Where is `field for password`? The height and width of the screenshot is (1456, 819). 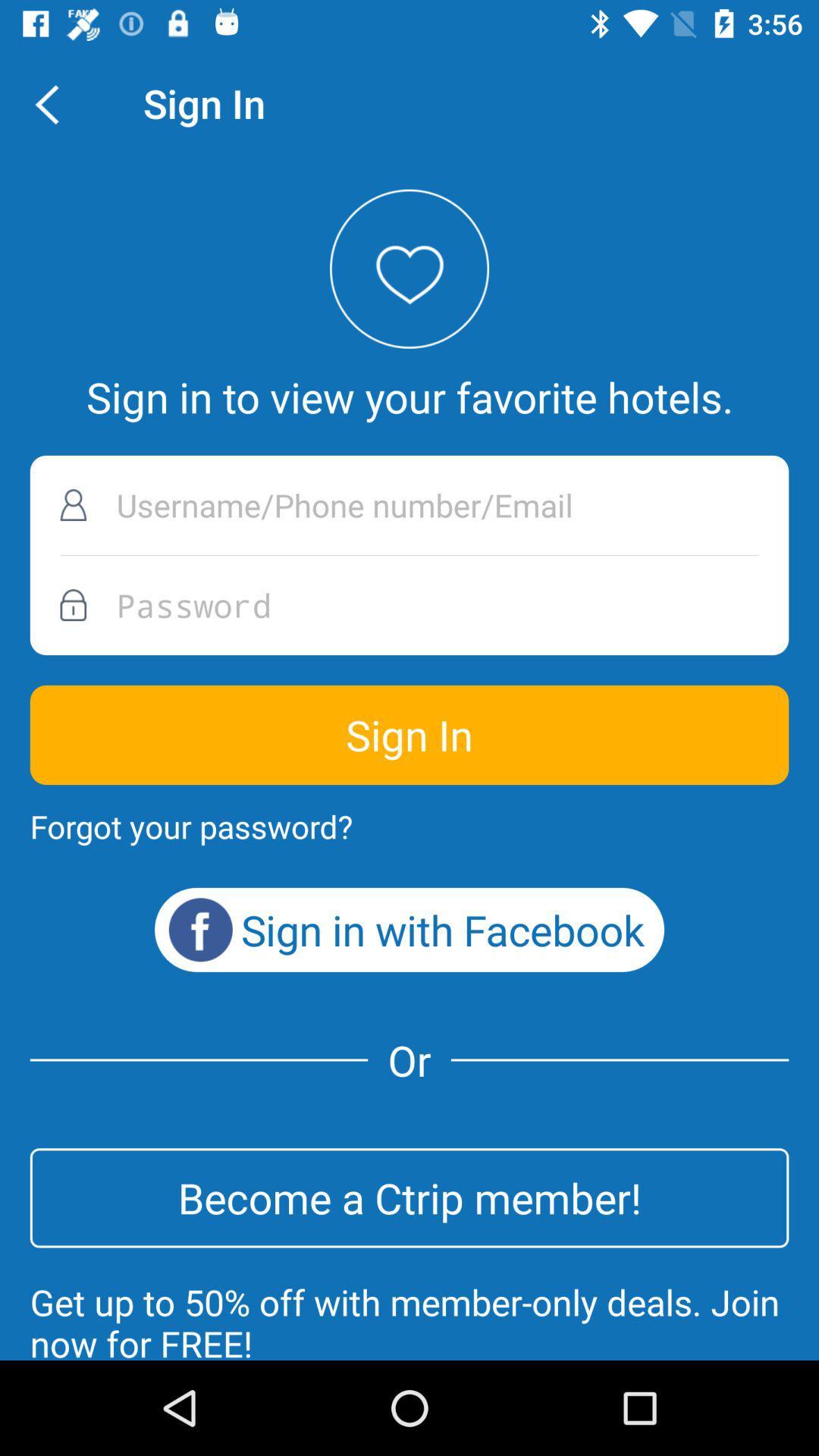
field for password is located at coordinates (409, 604).